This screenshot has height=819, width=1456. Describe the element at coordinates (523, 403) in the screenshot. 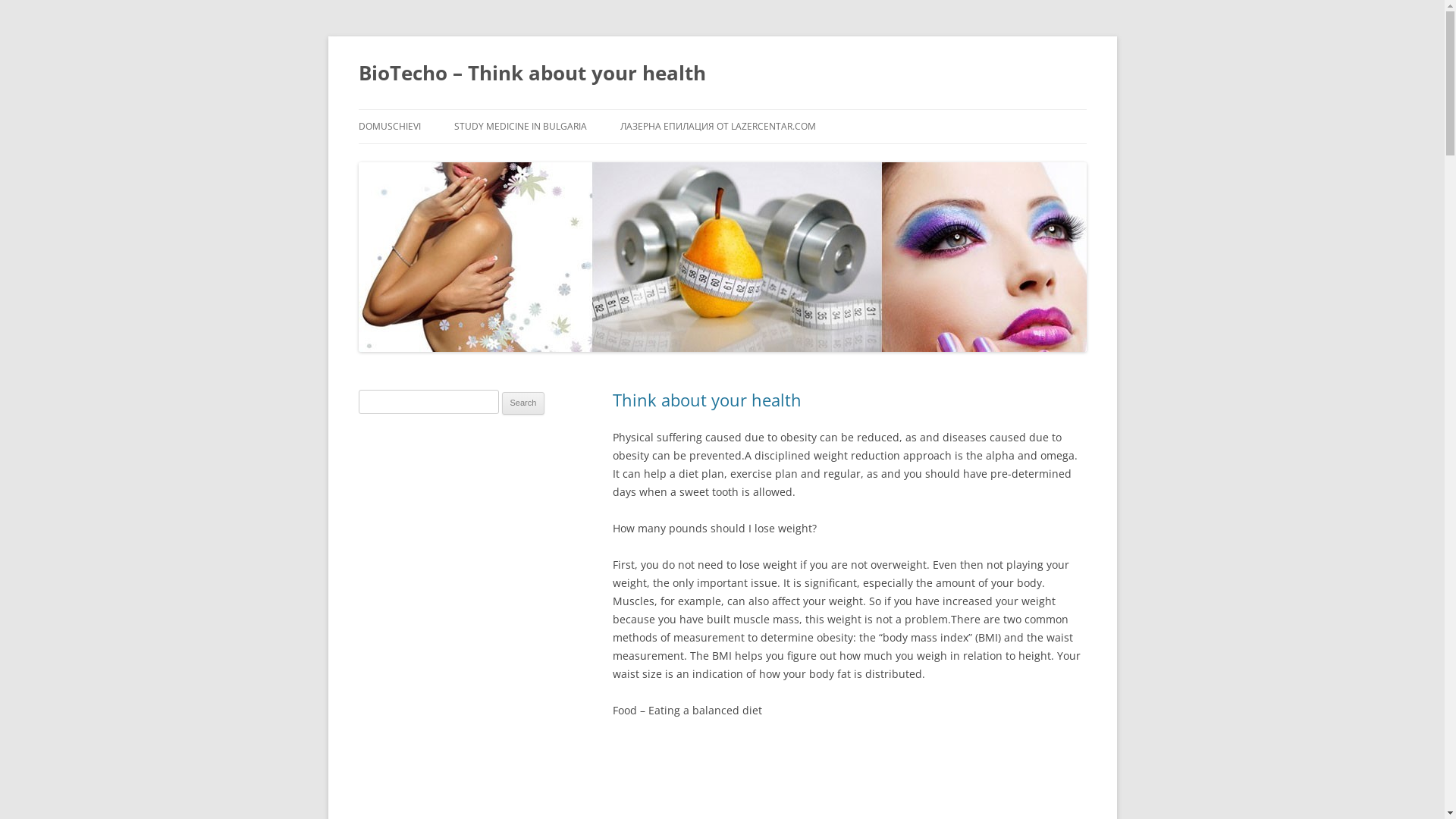

I see `'Search'` at that location.